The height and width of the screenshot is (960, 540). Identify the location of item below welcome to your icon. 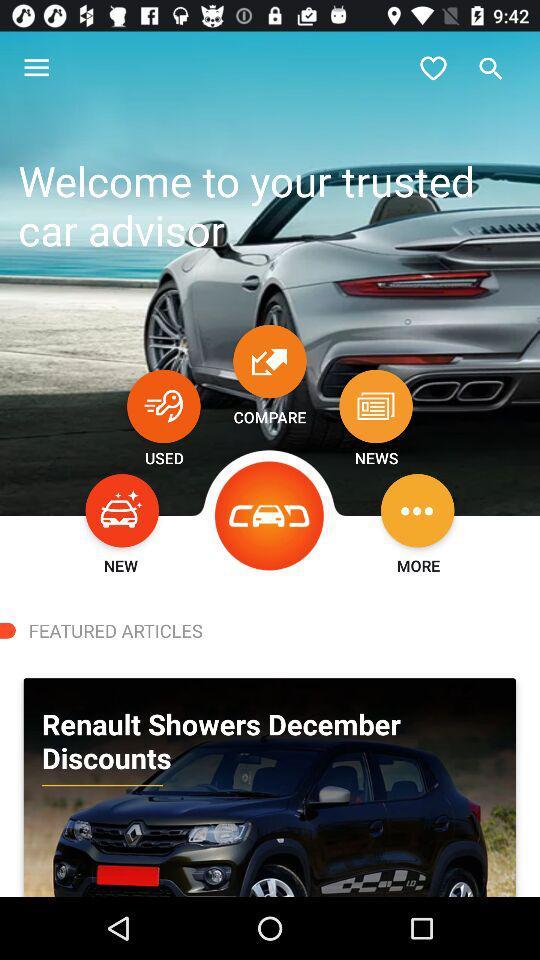
(376, 405).